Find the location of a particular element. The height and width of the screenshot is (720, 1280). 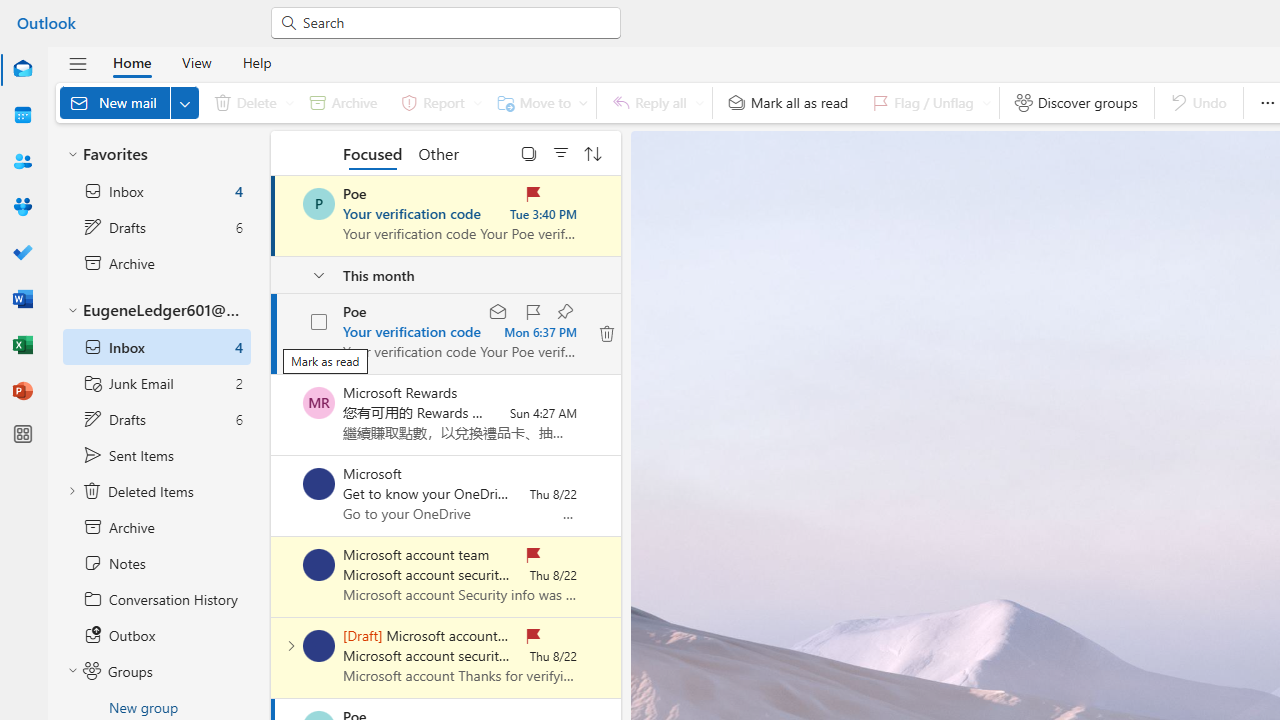

'Focused' is located at coordinates (373, 152).